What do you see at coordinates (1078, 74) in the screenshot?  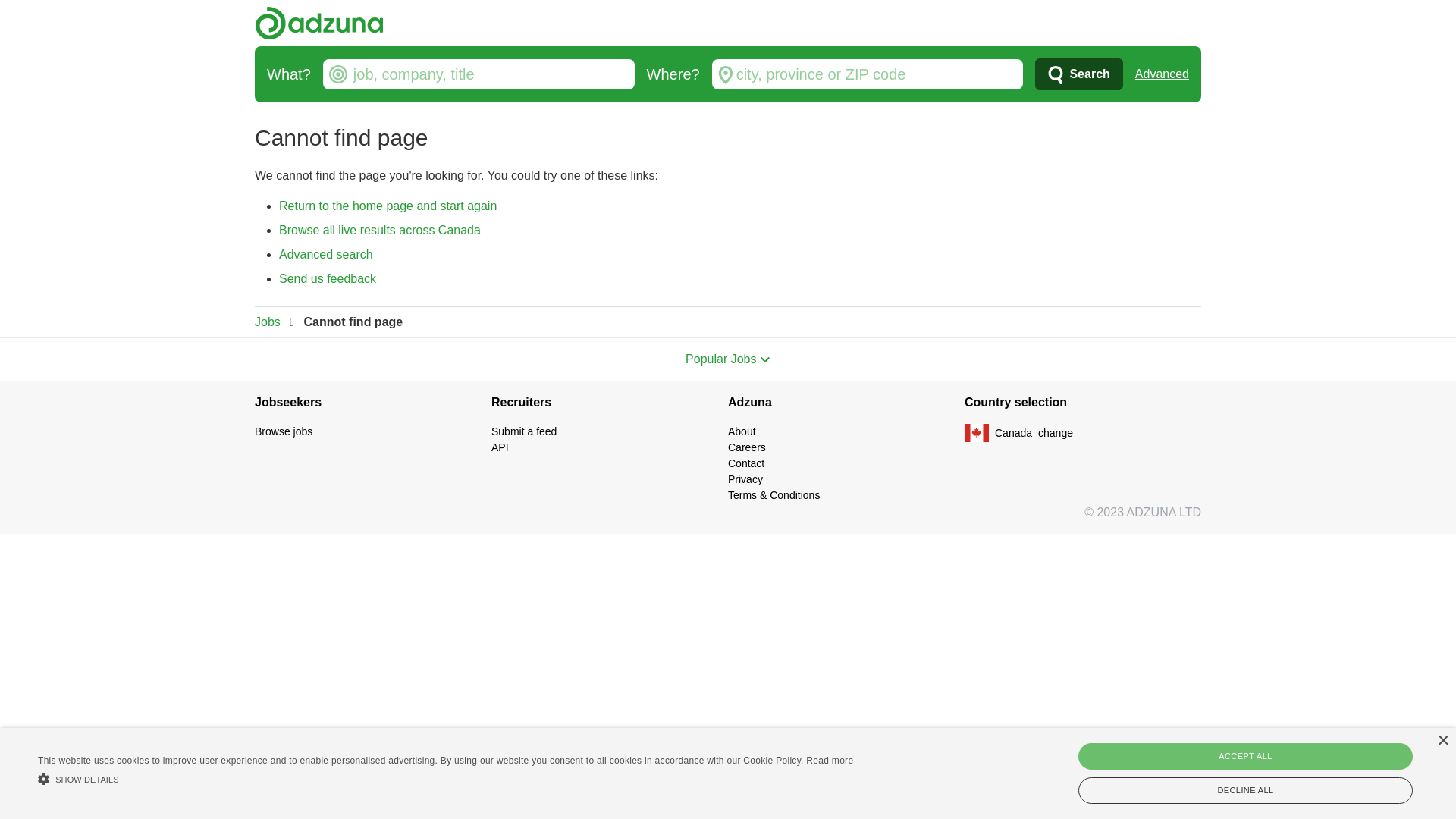 I see `'Search'` at bounding box center [1078, 74].